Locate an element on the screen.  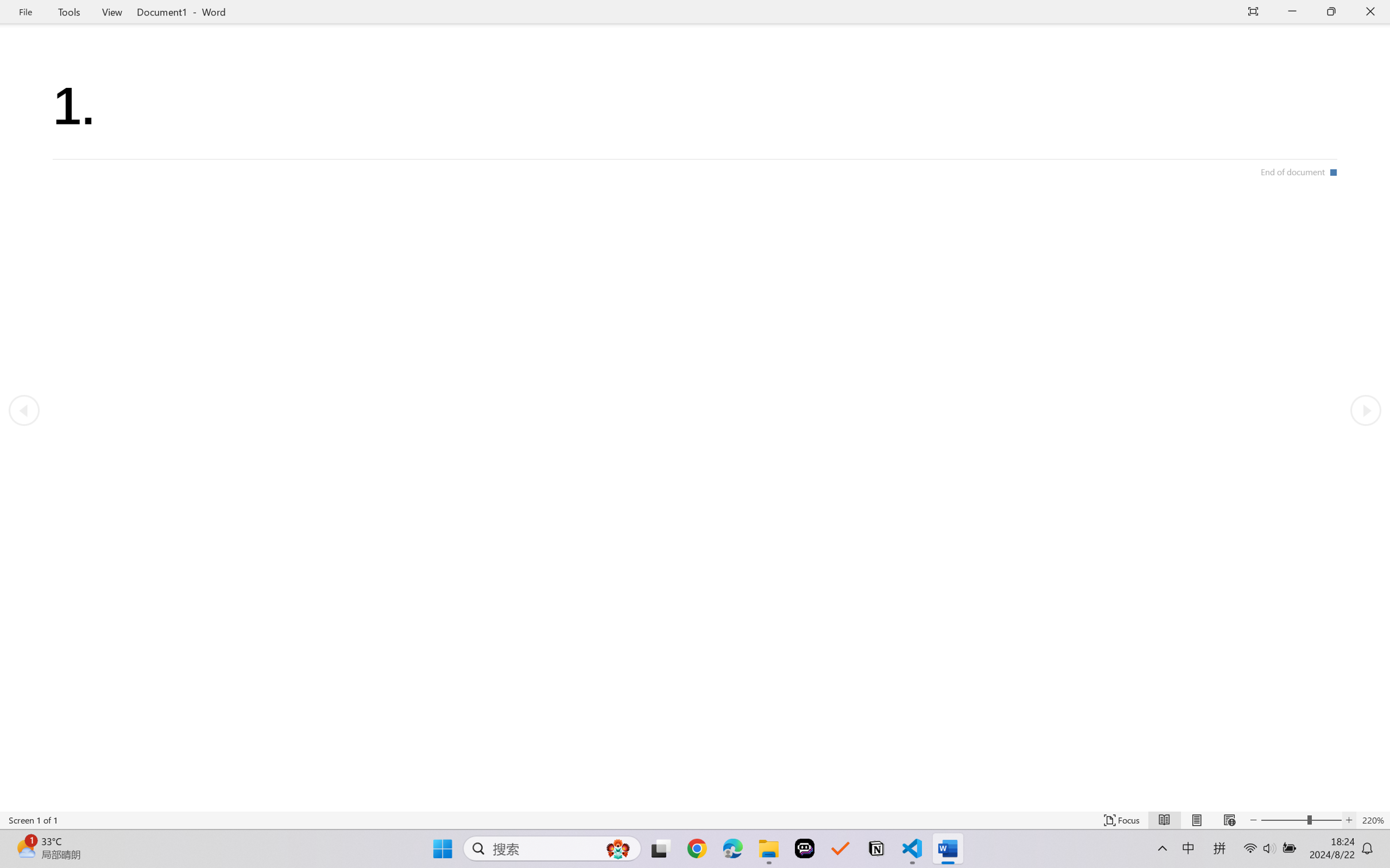
'Tools' is located at coordinates (69, 11).